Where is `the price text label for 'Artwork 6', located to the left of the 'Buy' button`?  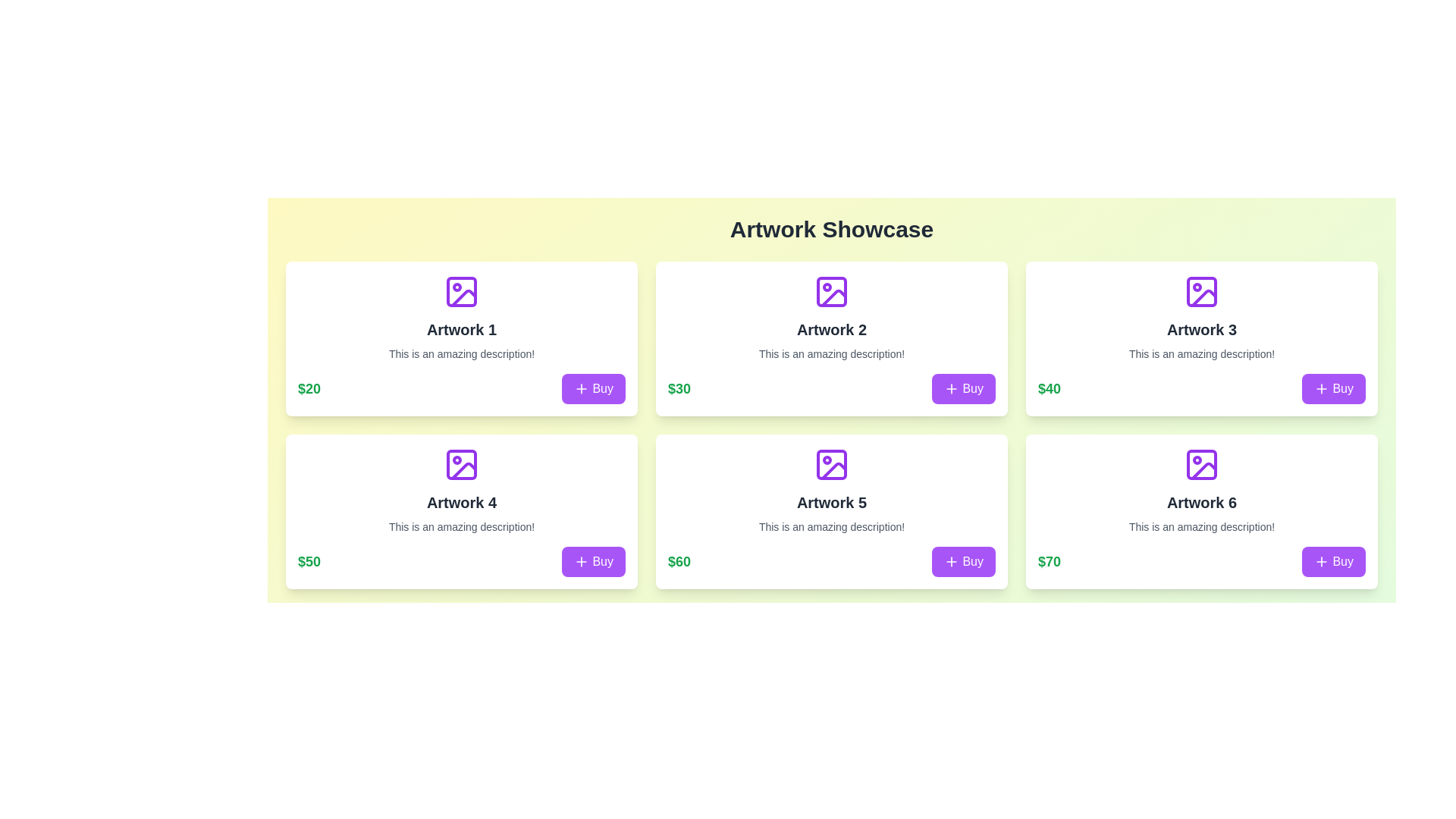
the price text label for 'Artwork 6', located to the left of the 'Buy' button is located at coordinates (1048, 561).